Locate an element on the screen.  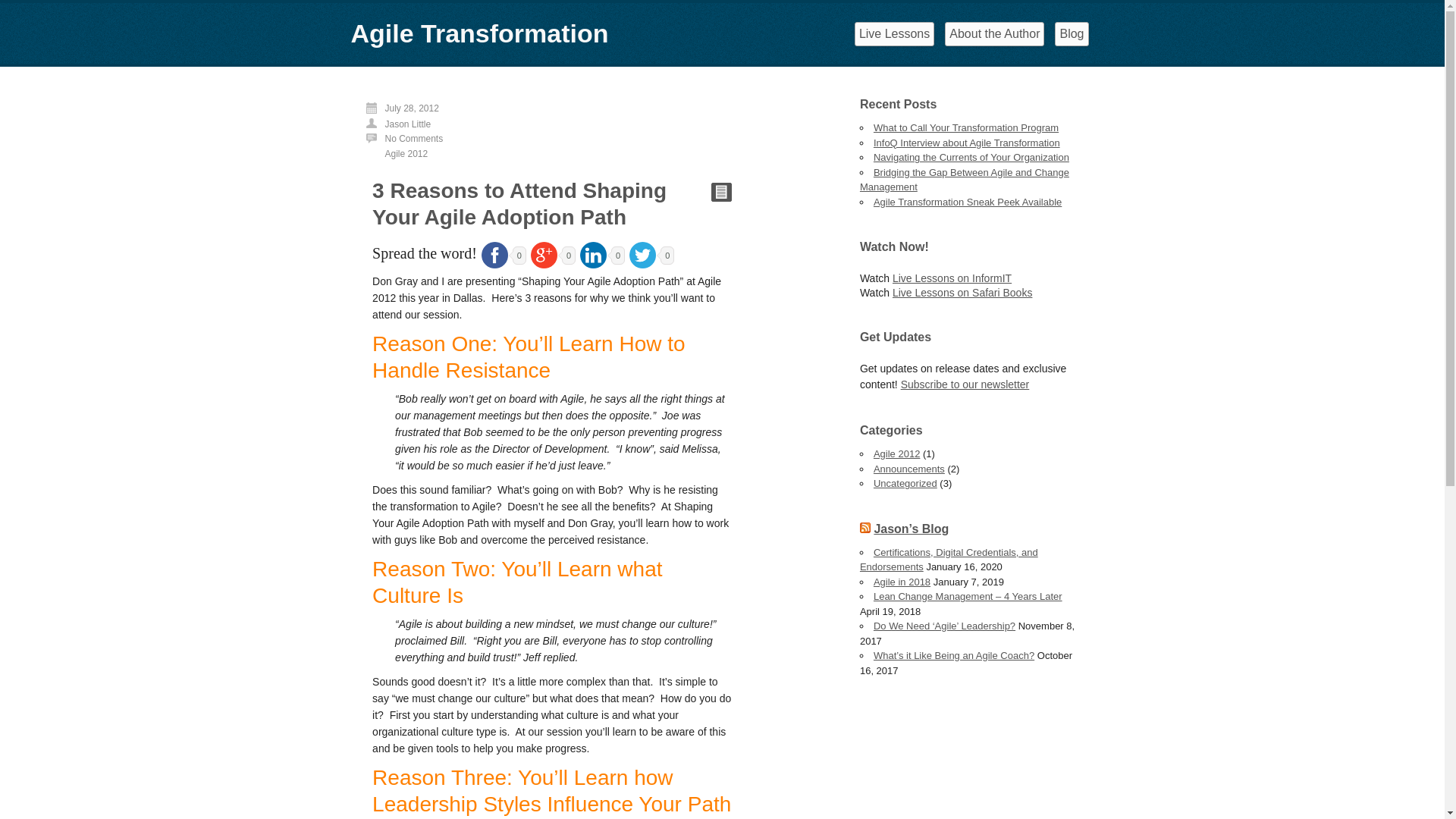
'Uncategorized' is located at coordinates (905, 483).